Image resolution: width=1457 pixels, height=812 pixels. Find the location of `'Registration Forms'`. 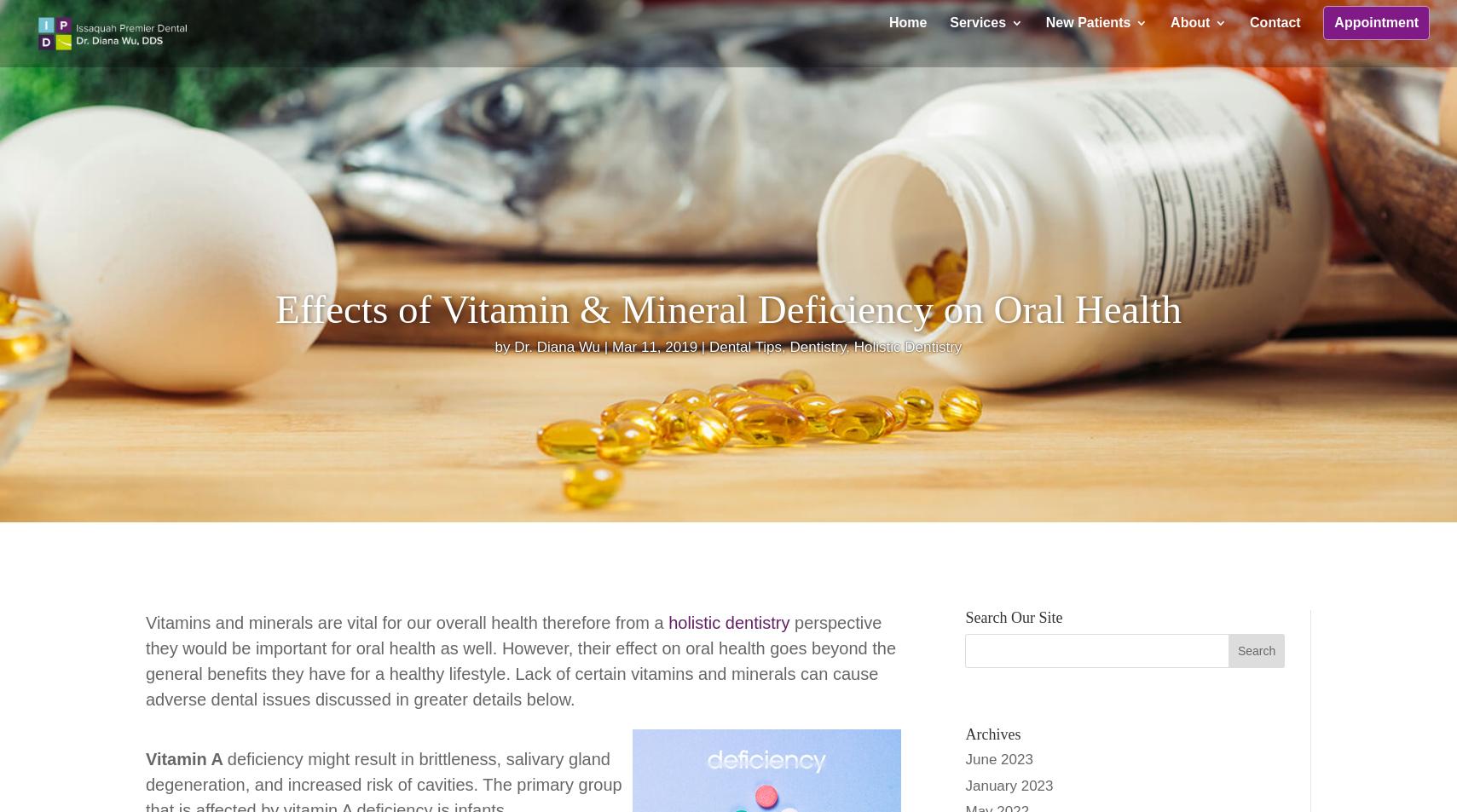

'Registration Forms' is located at coordinates (1142, 168).